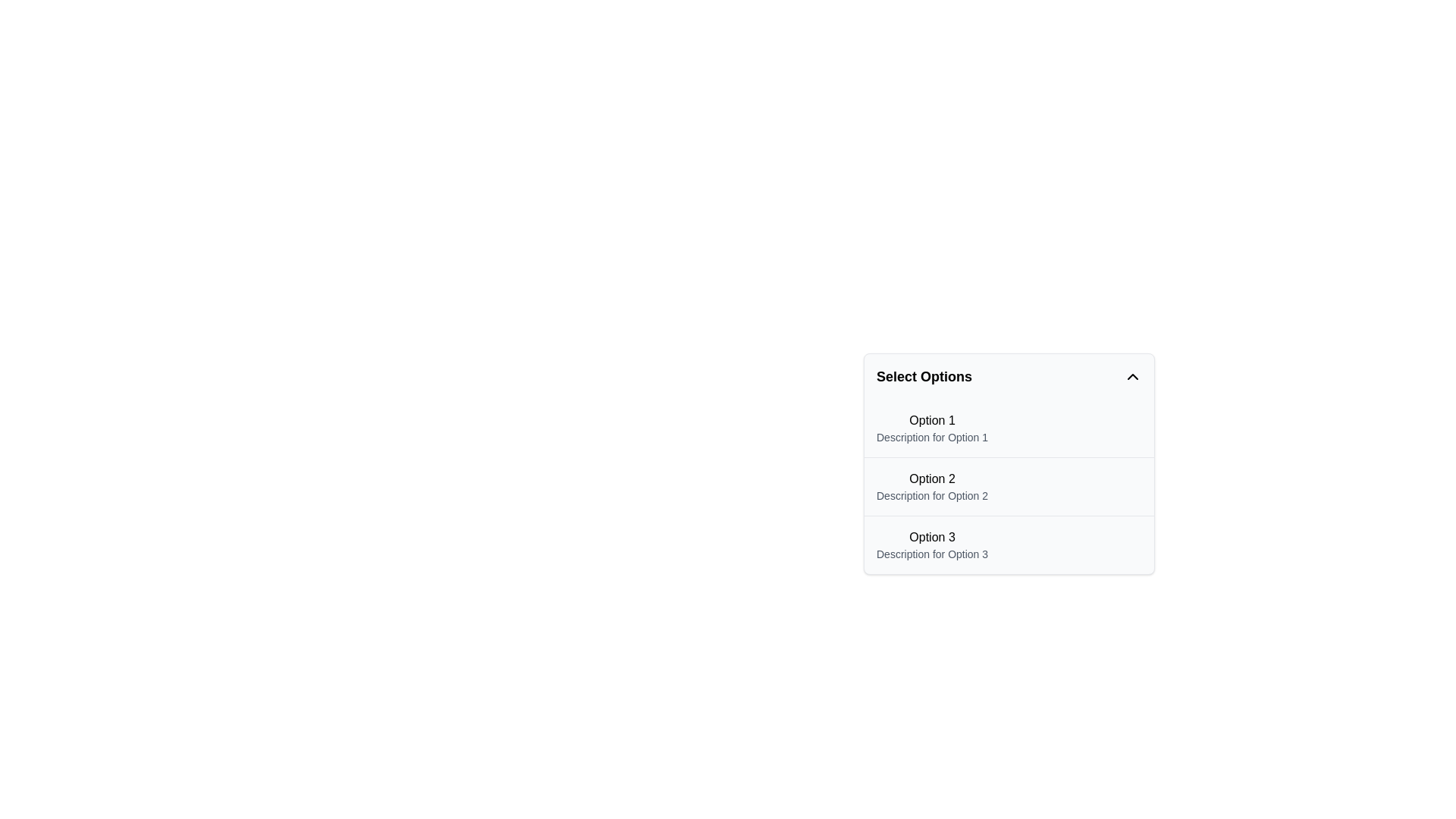  Describe the element at coordinates (931, 421) in the screenshot. I see `the 'Option 1' text label, which is the uppermost text in the dropdown menu titled 'Select Options.'` at that location.